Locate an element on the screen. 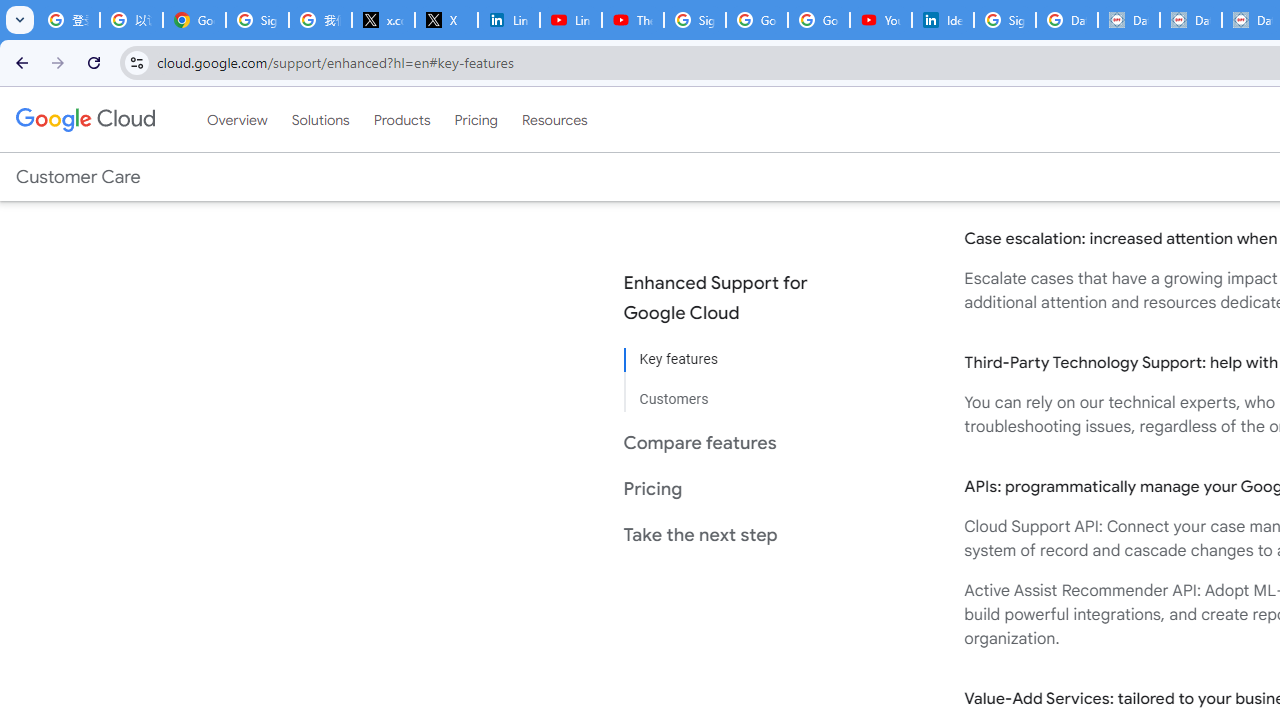 This screenshot has height=720, width=1280. 'Sign in - Google Accounts' is located at coordinates (1004, 20).